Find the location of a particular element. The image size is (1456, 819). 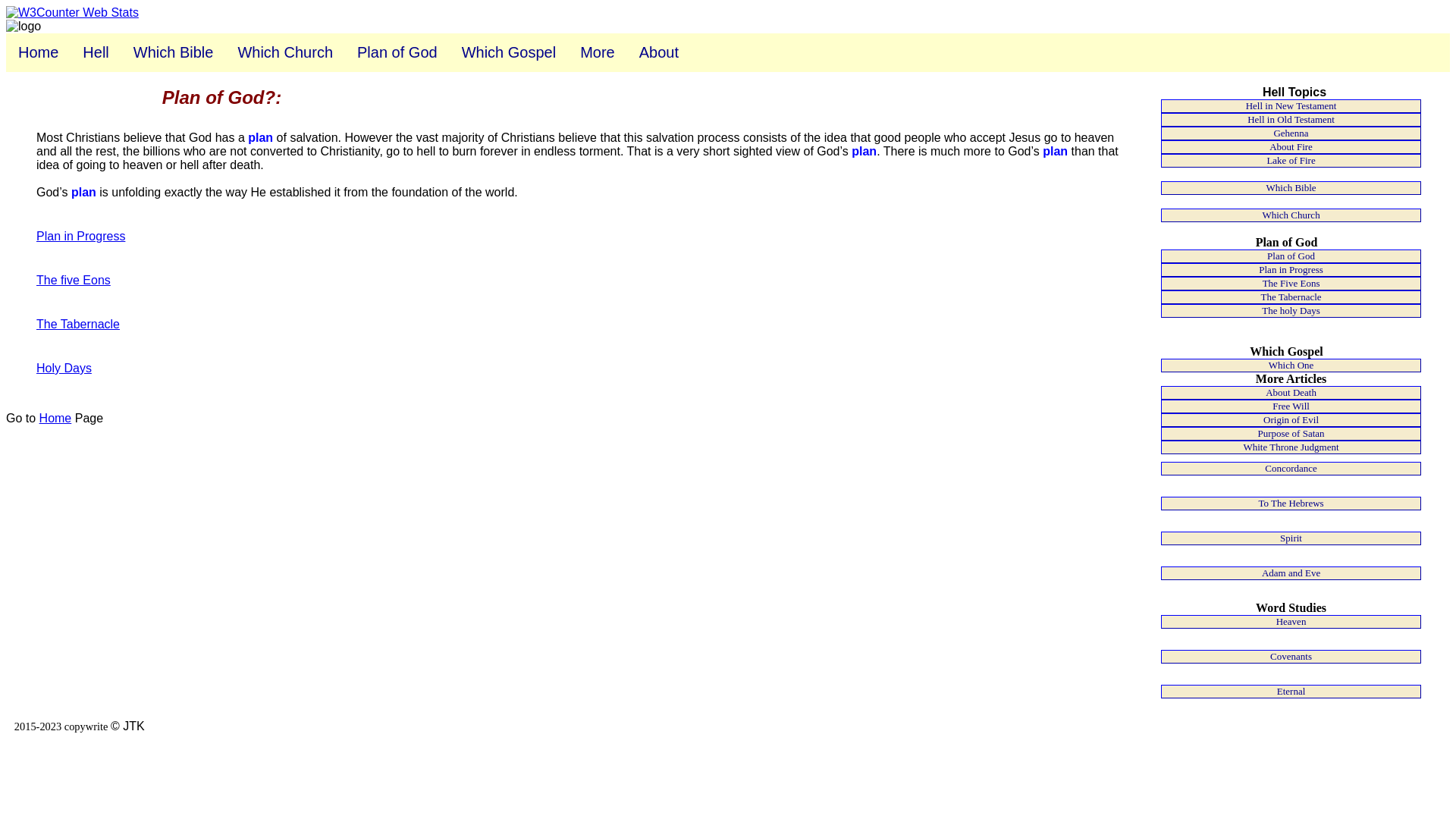

'Lake of Fire' is located at coordinates (1290, 161).